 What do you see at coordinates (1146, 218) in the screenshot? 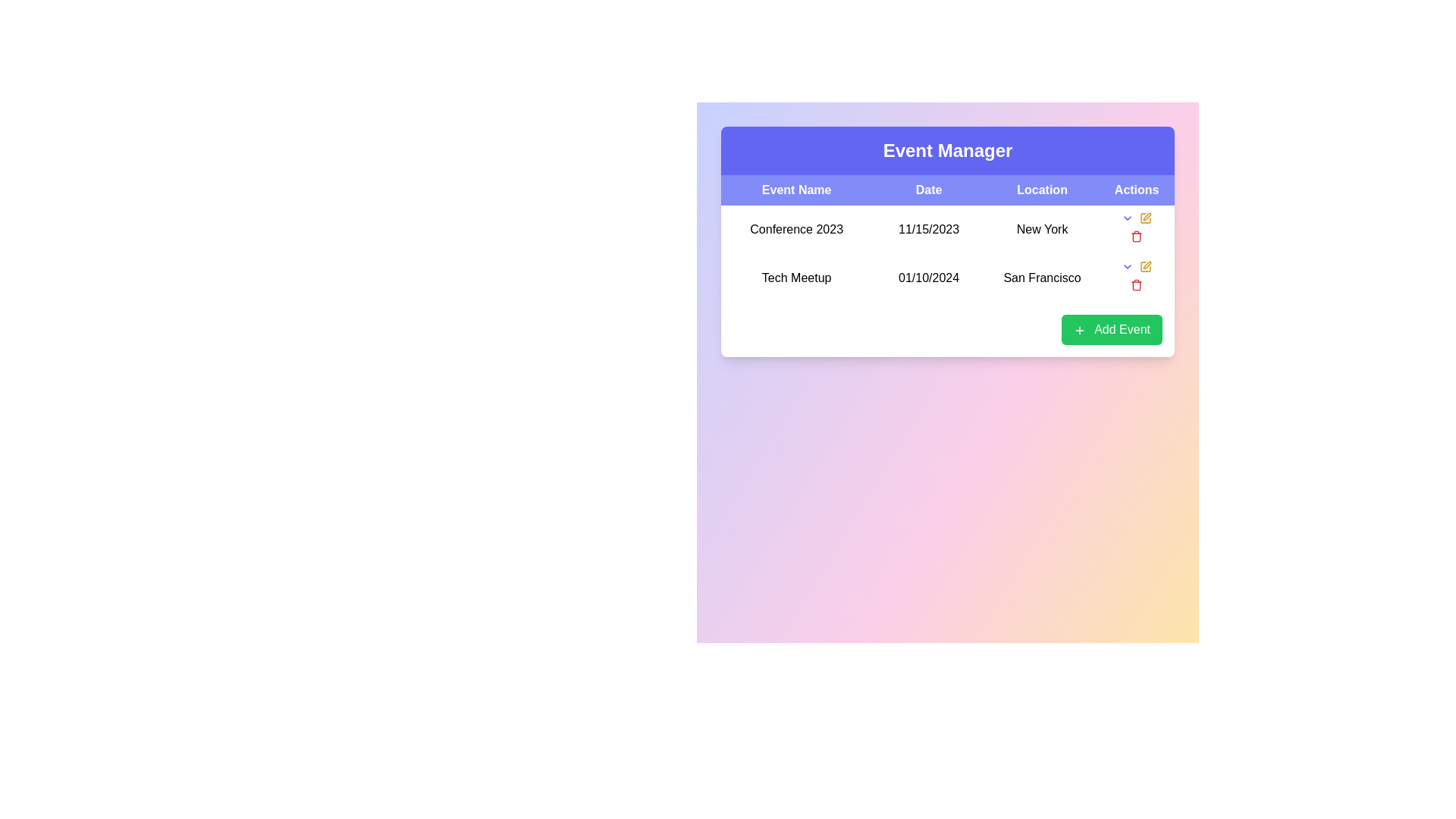
I see `the yellow pencil icon button in the 'Actions' column of the second row` at bounding box center [1146, 218].